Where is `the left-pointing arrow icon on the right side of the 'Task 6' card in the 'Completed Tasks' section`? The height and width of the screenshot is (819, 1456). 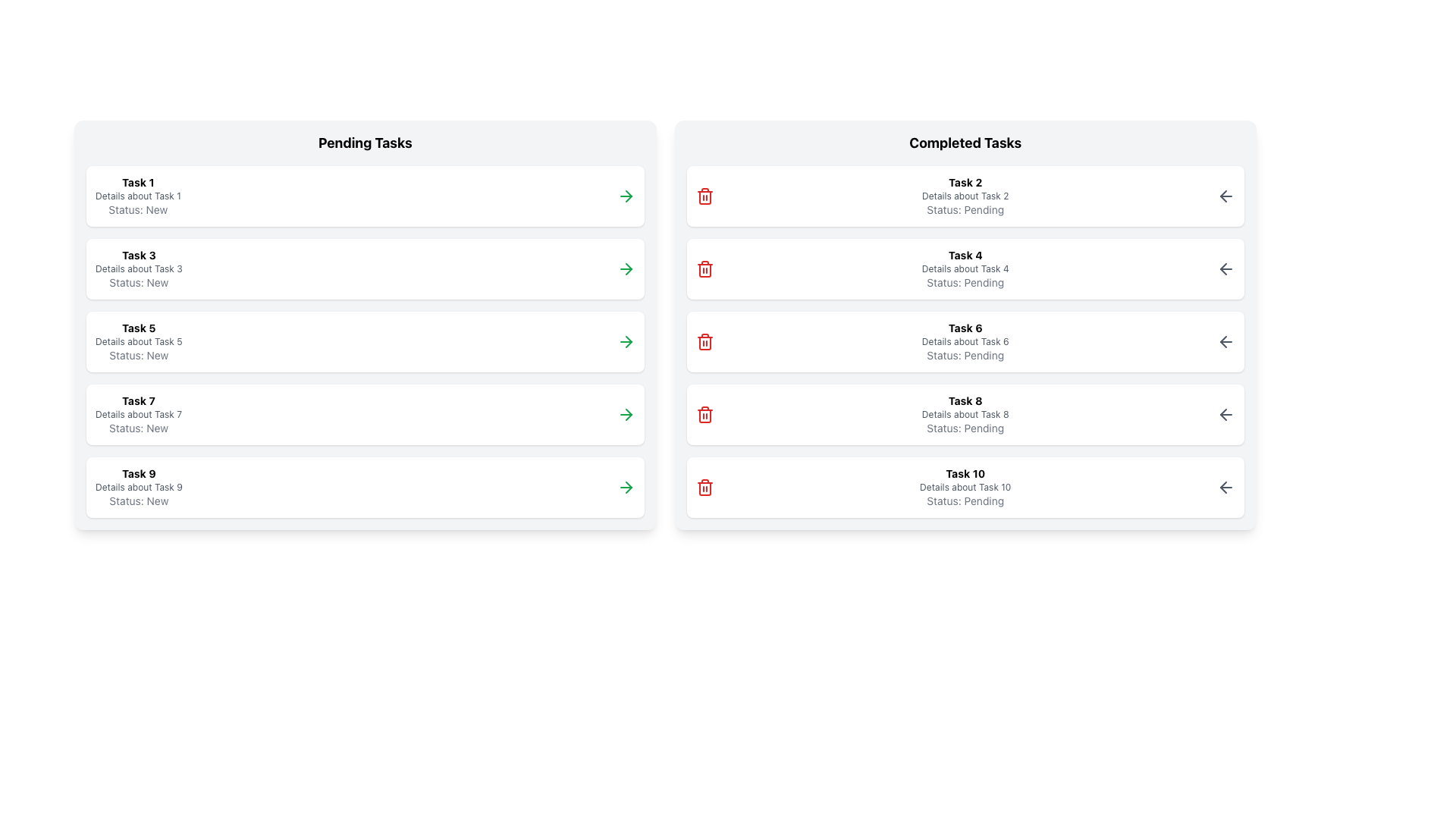
the left-pointing arrow icon on the right side of the 'Task 6' card in the 'Completed Tasks' section is located at coordinates (1226, 342).